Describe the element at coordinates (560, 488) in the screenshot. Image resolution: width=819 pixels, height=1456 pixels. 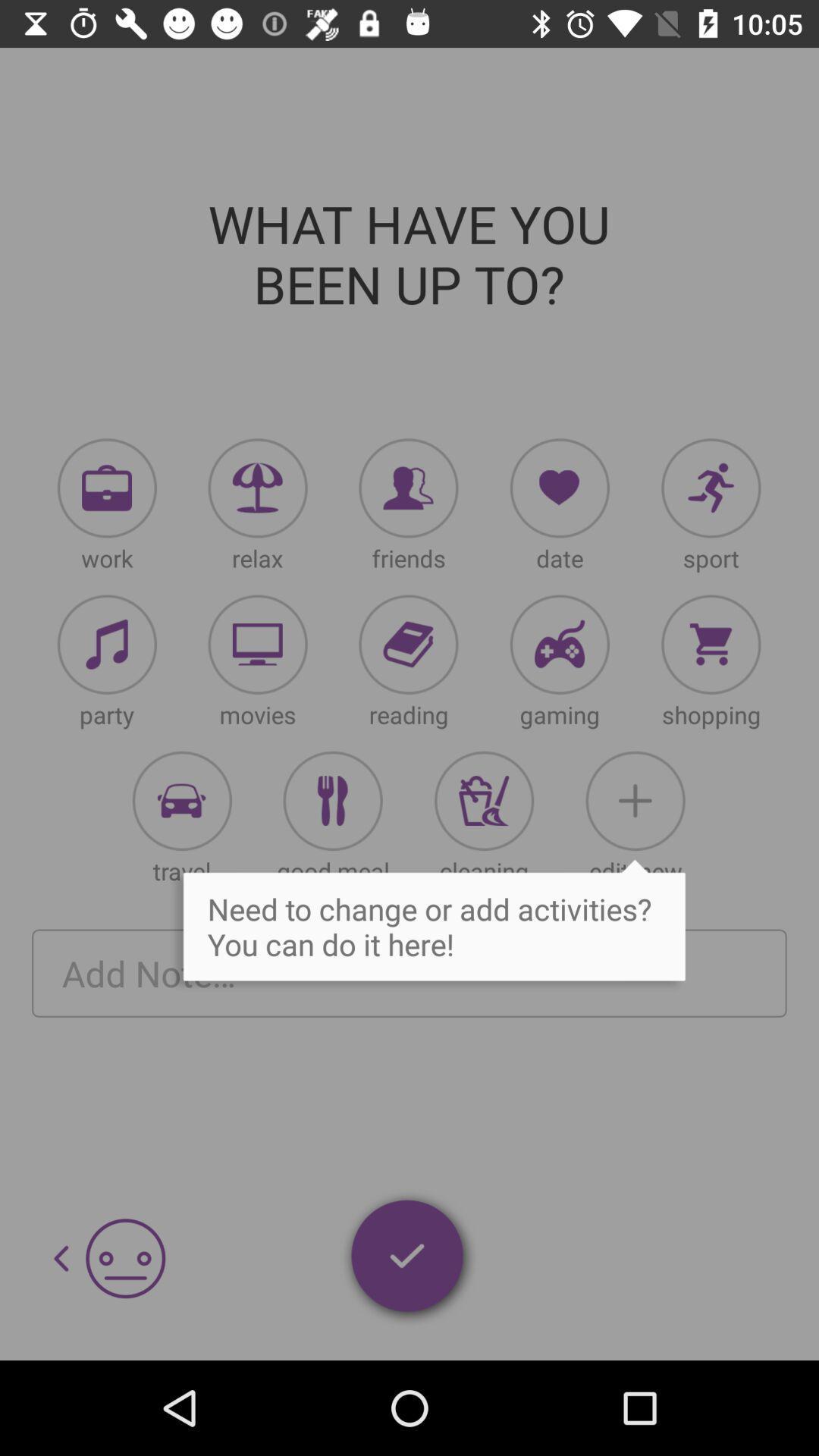
I see `log date` at that location.